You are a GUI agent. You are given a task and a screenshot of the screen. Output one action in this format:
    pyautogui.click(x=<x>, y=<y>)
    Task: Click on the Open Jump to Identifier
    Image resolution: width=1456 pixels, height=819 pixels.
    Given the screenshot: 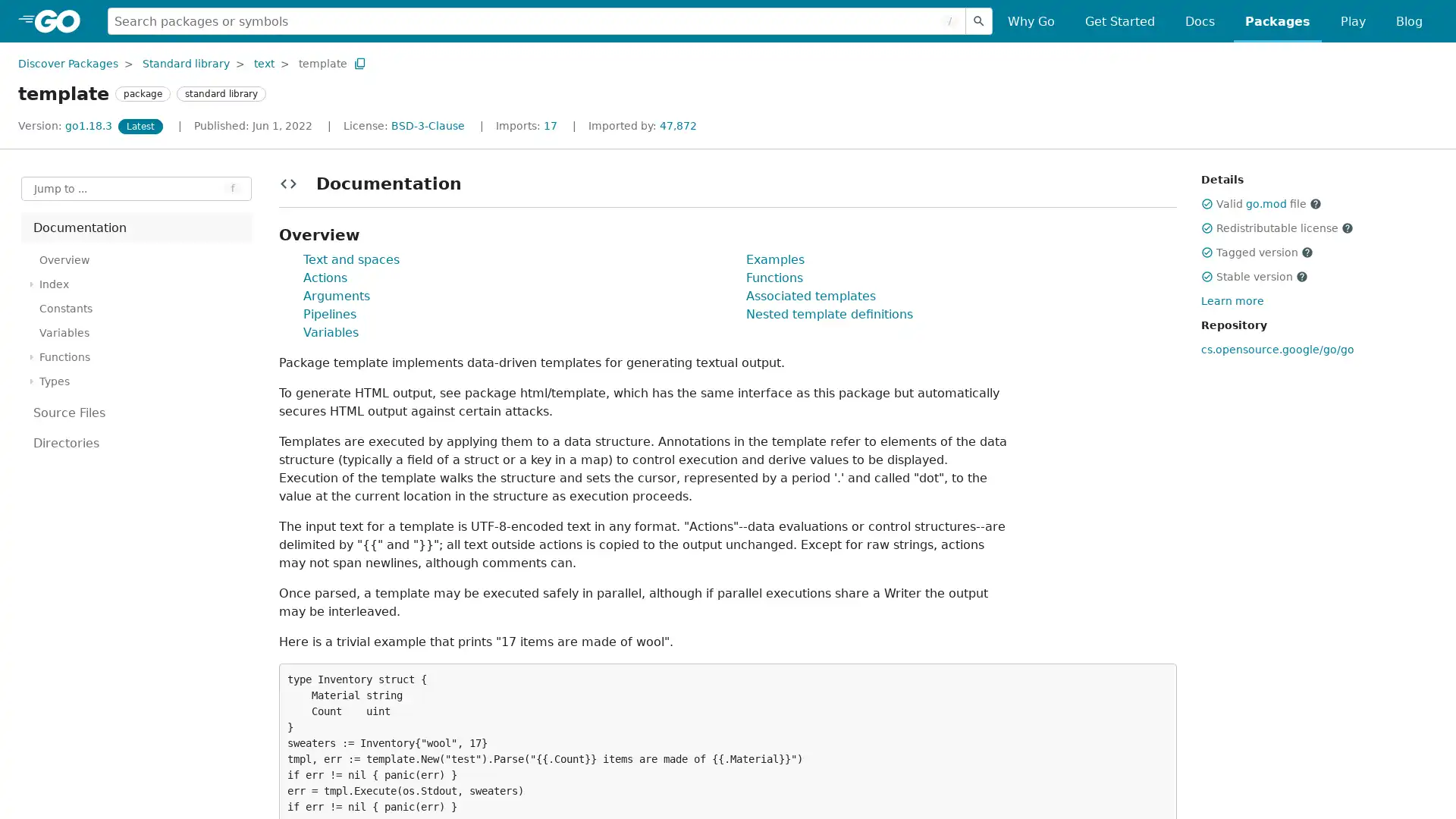 What is the action you would take?
    pyautogui.click(x=136, y=188)
    